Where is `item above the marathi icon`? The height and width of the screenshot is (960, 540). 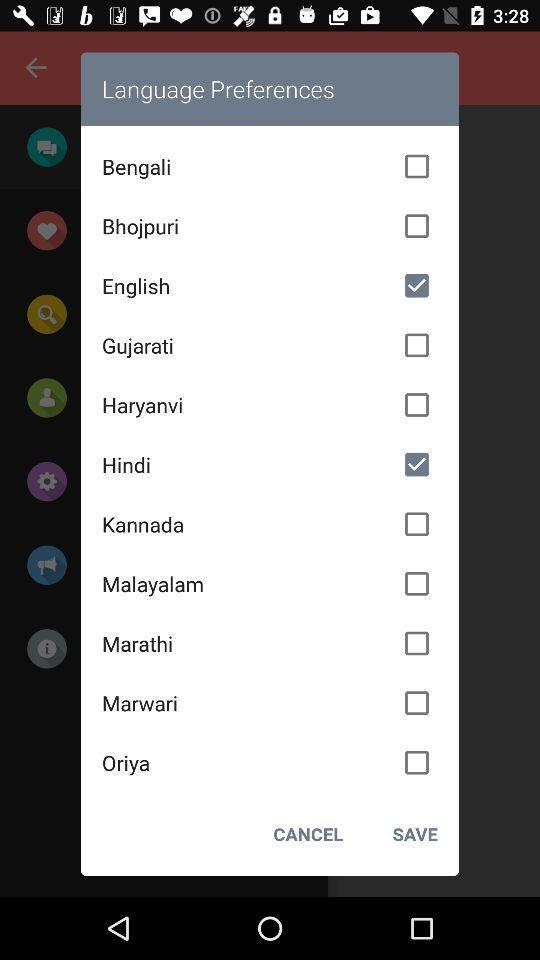 item above the marathi icon is located at coordinates (270, 583).